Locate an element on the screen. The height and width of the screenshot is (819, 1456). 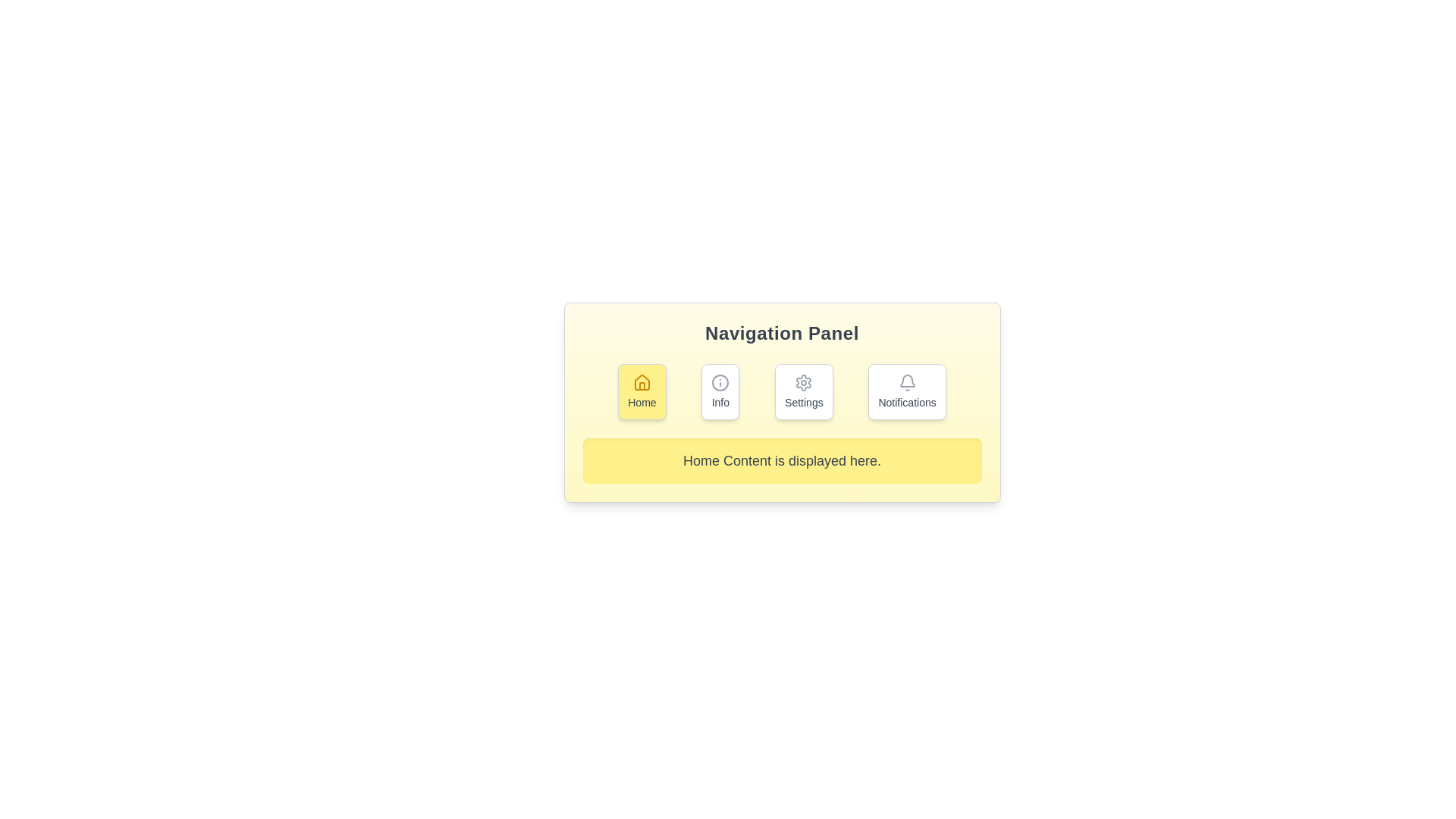
the notifications icon, which is centrally located within the 'Notifications' button group and visually represents alerts or updates is located at coordinates (907, 382).